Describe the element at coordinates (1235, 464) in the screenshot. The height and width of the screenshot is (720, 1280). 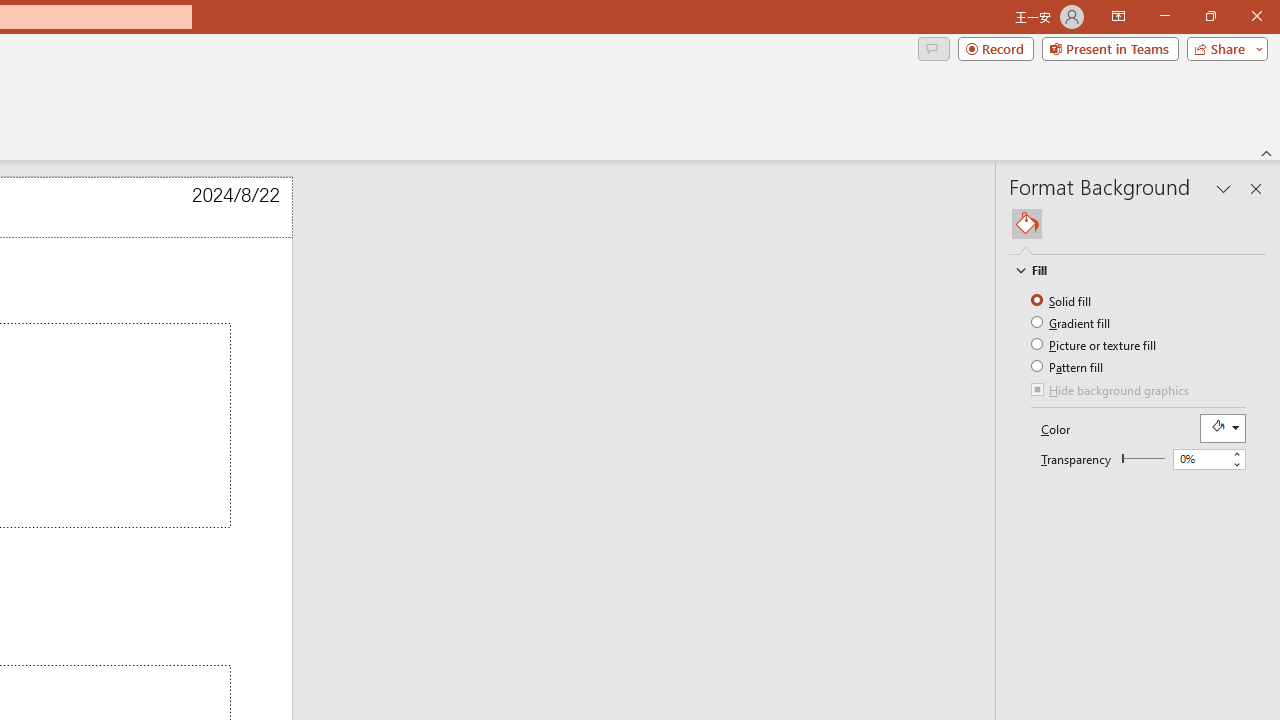
I see `'Less'` at that location.